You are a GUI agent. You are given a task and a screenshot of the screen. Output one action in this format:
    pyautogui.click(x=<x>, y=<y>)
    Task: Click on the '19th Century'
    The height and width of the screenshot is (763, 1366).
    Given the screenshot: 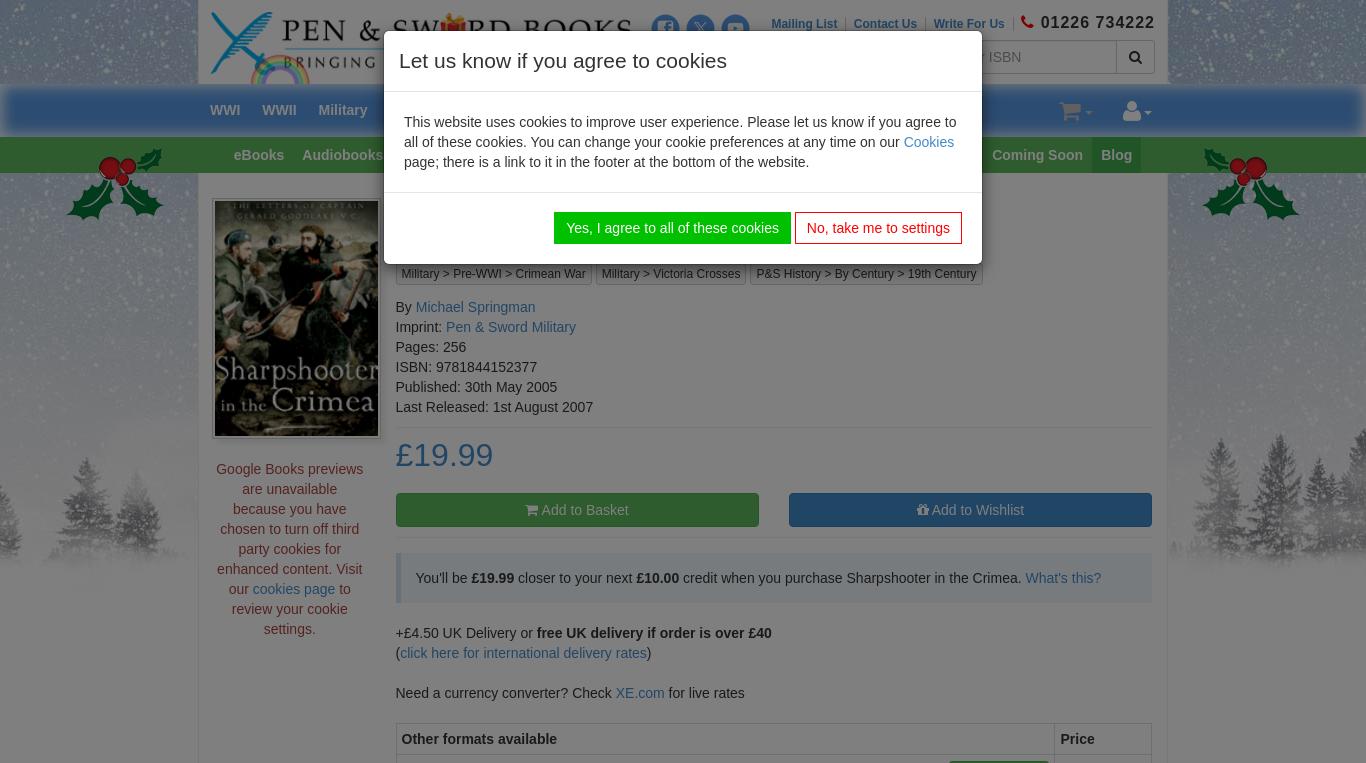 What is the action you would take?
    pyautogui.click(x=941, y=272)
    